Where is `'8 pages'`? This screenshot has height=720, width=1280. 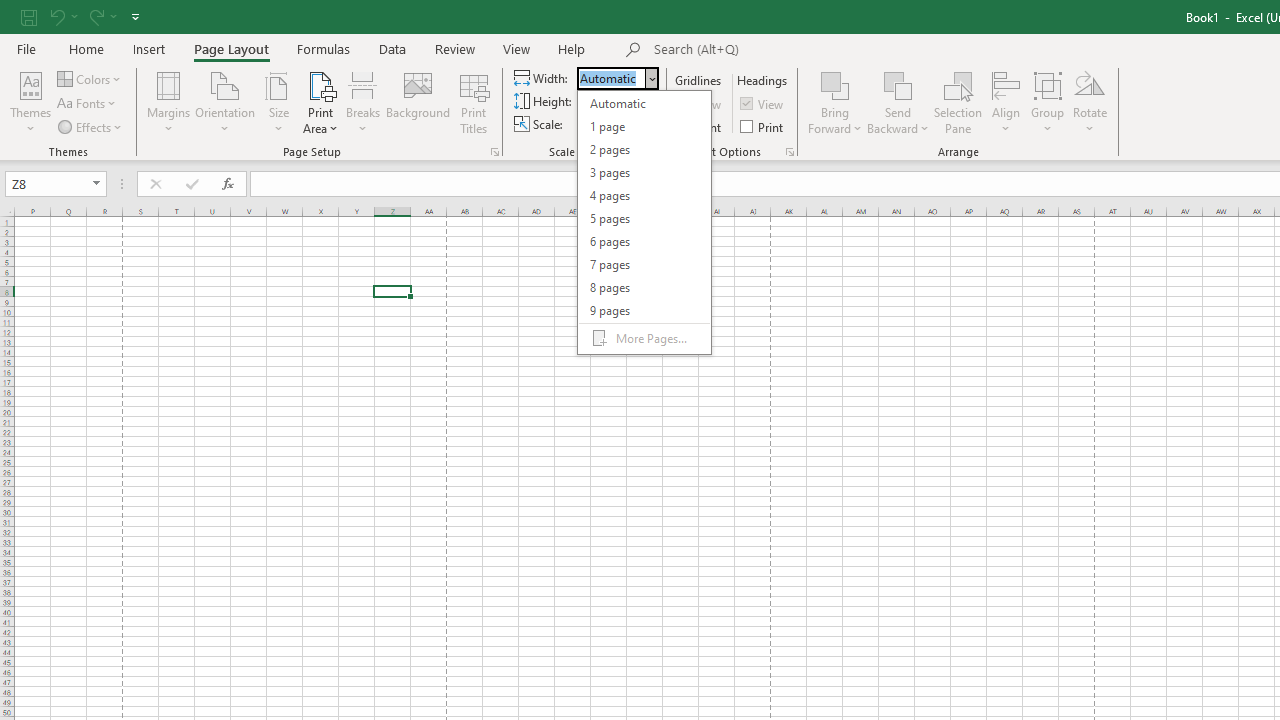
'8 pages' is located at coordinates (644, 287).